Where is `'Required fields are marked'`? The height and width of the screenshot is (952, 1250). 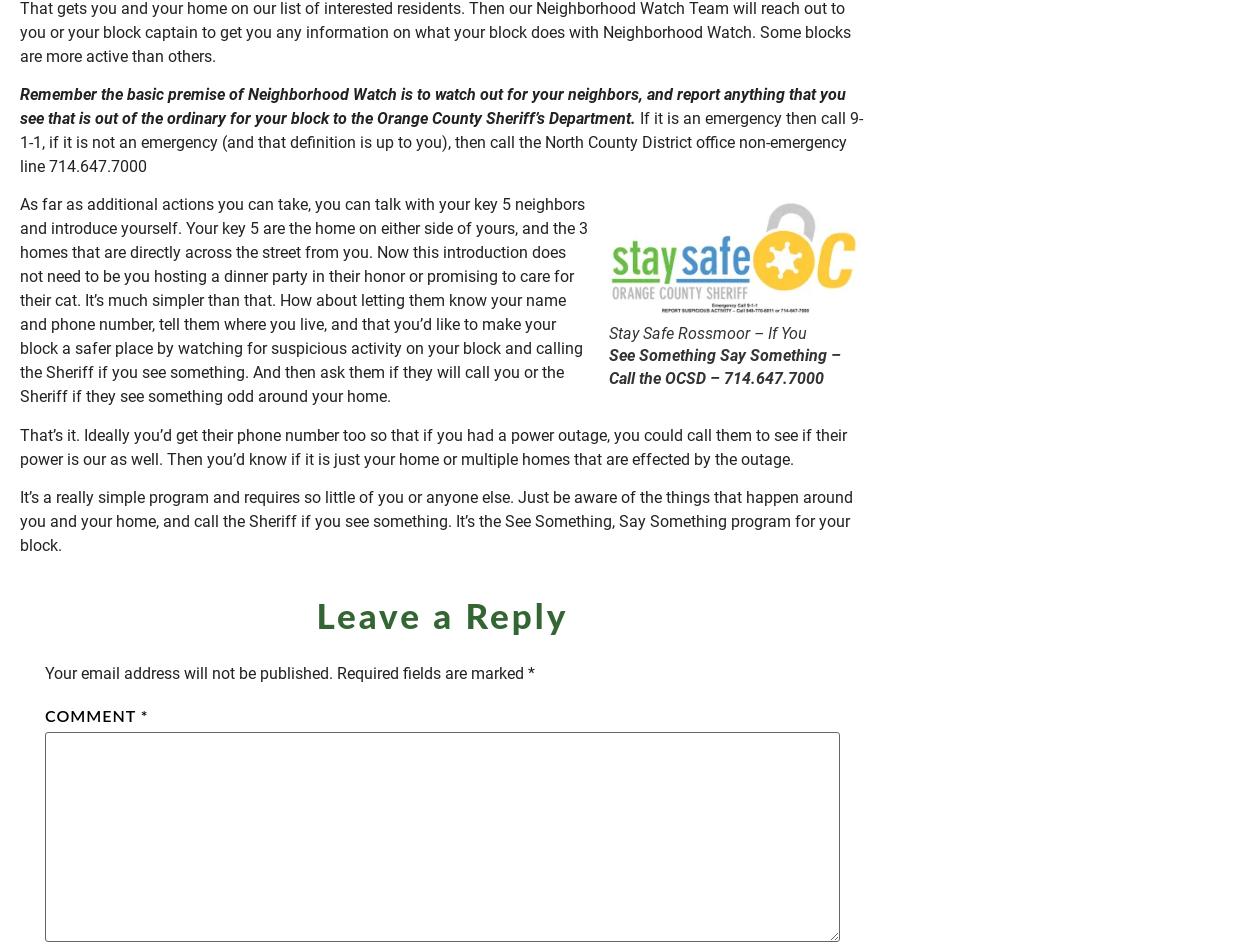 'Required fields are marked' is located at coordinates (432, 672).